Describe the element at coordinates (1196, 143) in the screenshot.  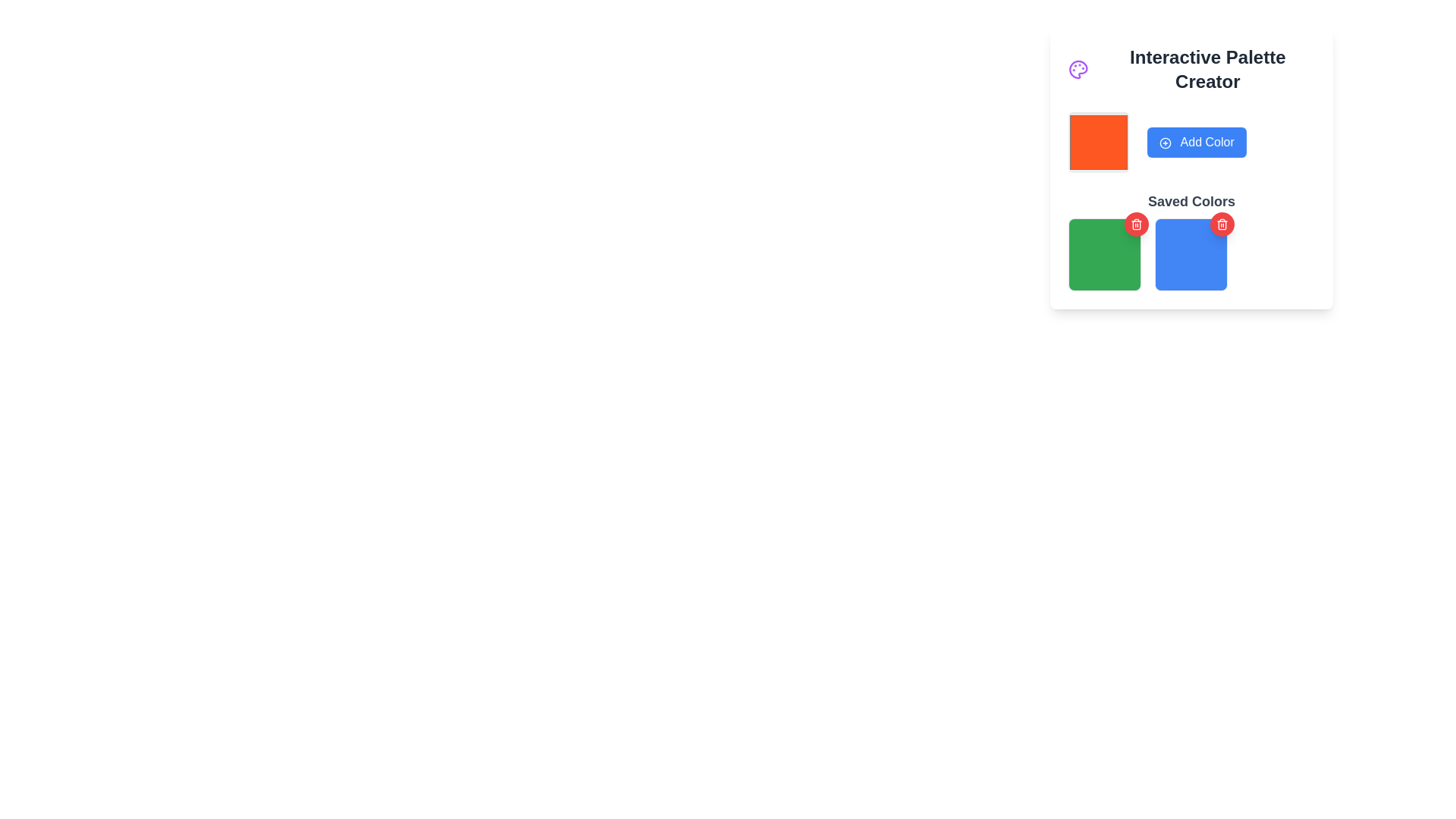
I see `the blue 'Add Color' button with bold white text and a plus-circle icon` at that location.